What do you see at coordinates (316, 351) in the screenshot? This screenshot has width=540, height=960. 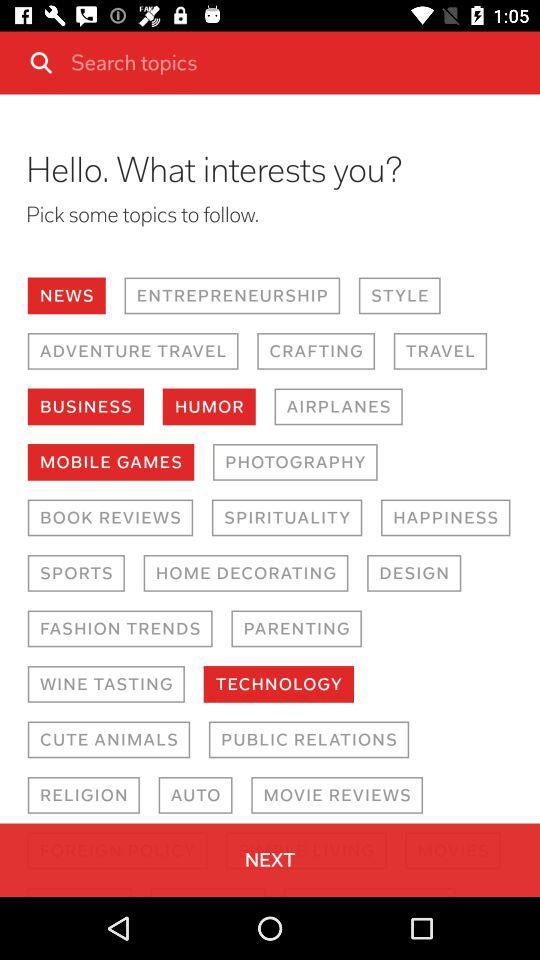 I see `the icon to the right of the adventure travel icon` at bounding box center [316, 351].